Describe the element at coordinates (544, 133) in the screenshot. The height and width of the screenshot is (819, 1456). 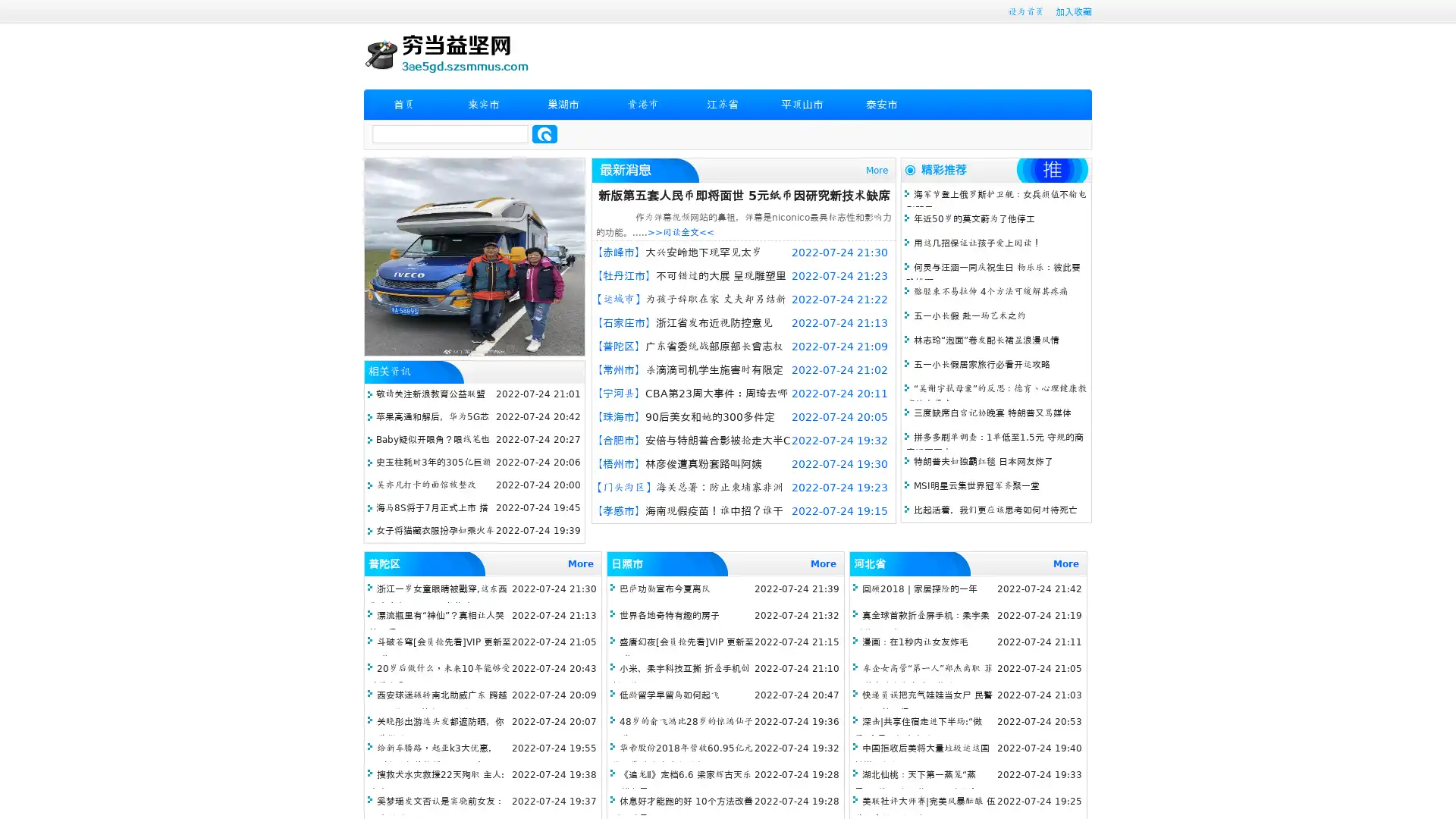
I see `Search` at that location.